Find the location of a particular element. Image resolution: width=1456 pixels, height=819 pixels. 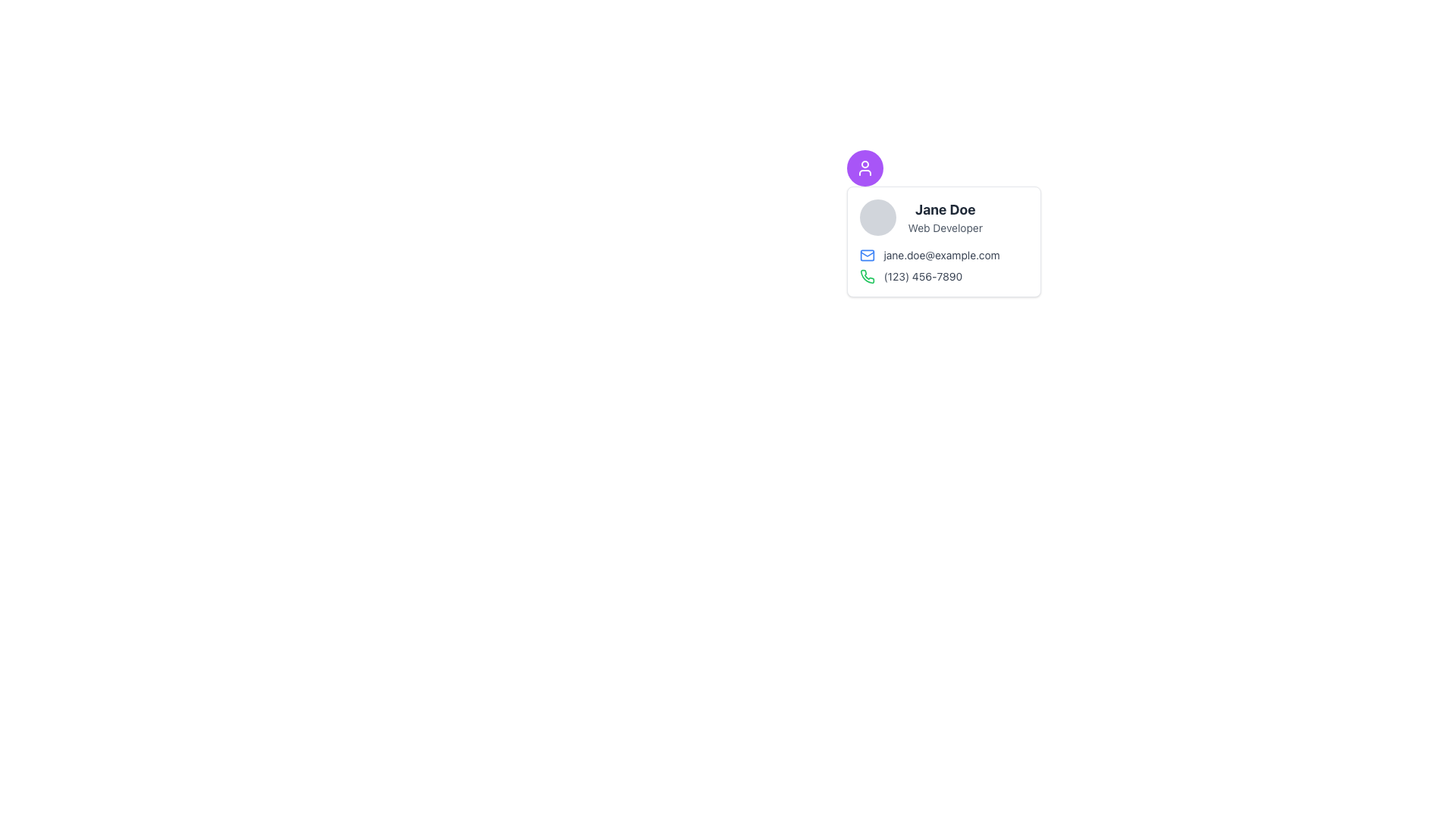

the blue envelope icon located to the left of the email address 'jane.doe@example.com' in the profile card is located at coordinates (867, 254).